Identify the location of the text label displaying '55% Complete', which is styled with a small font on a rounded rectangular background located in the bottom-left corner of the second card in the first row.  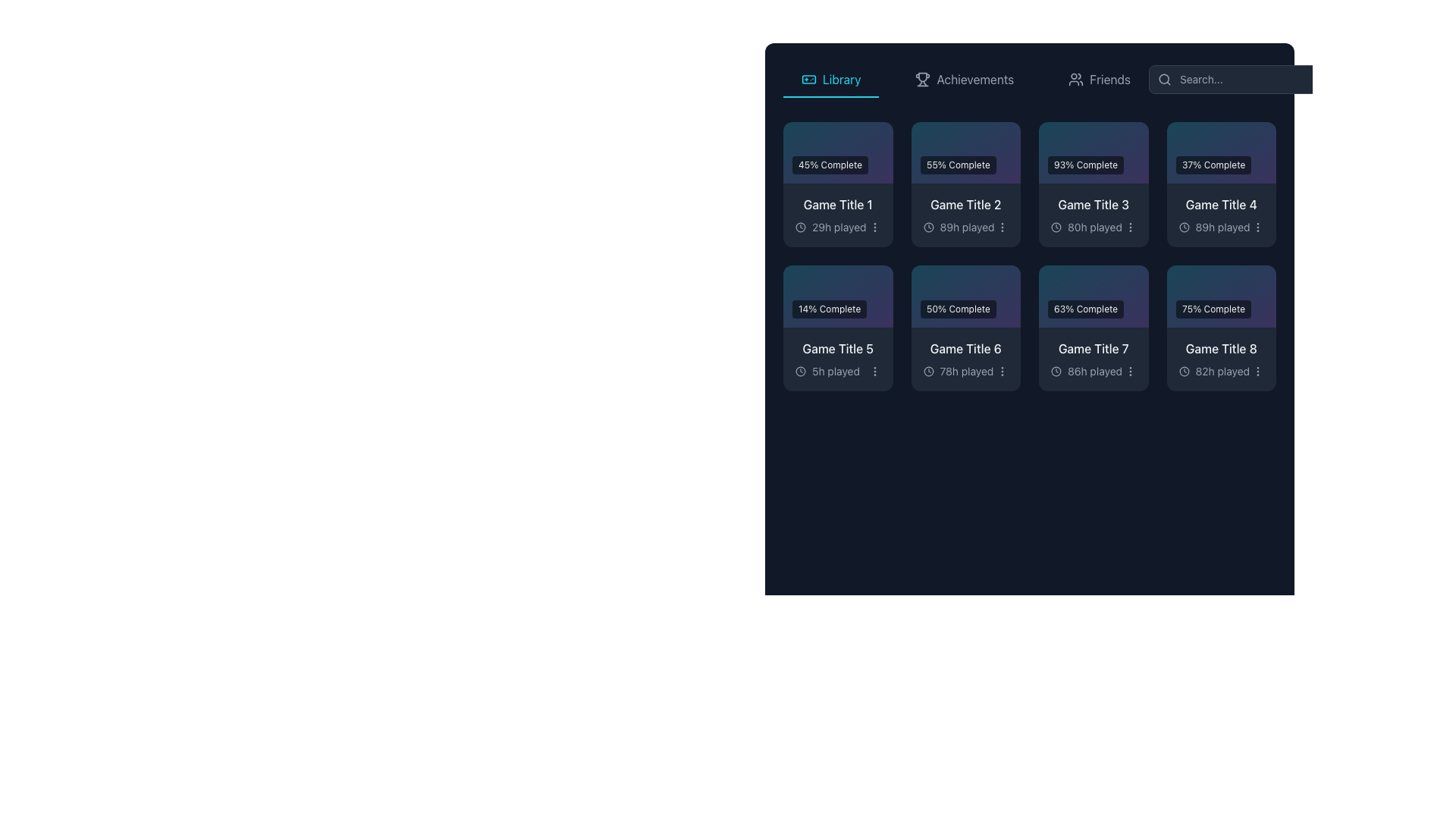
(957, 165).